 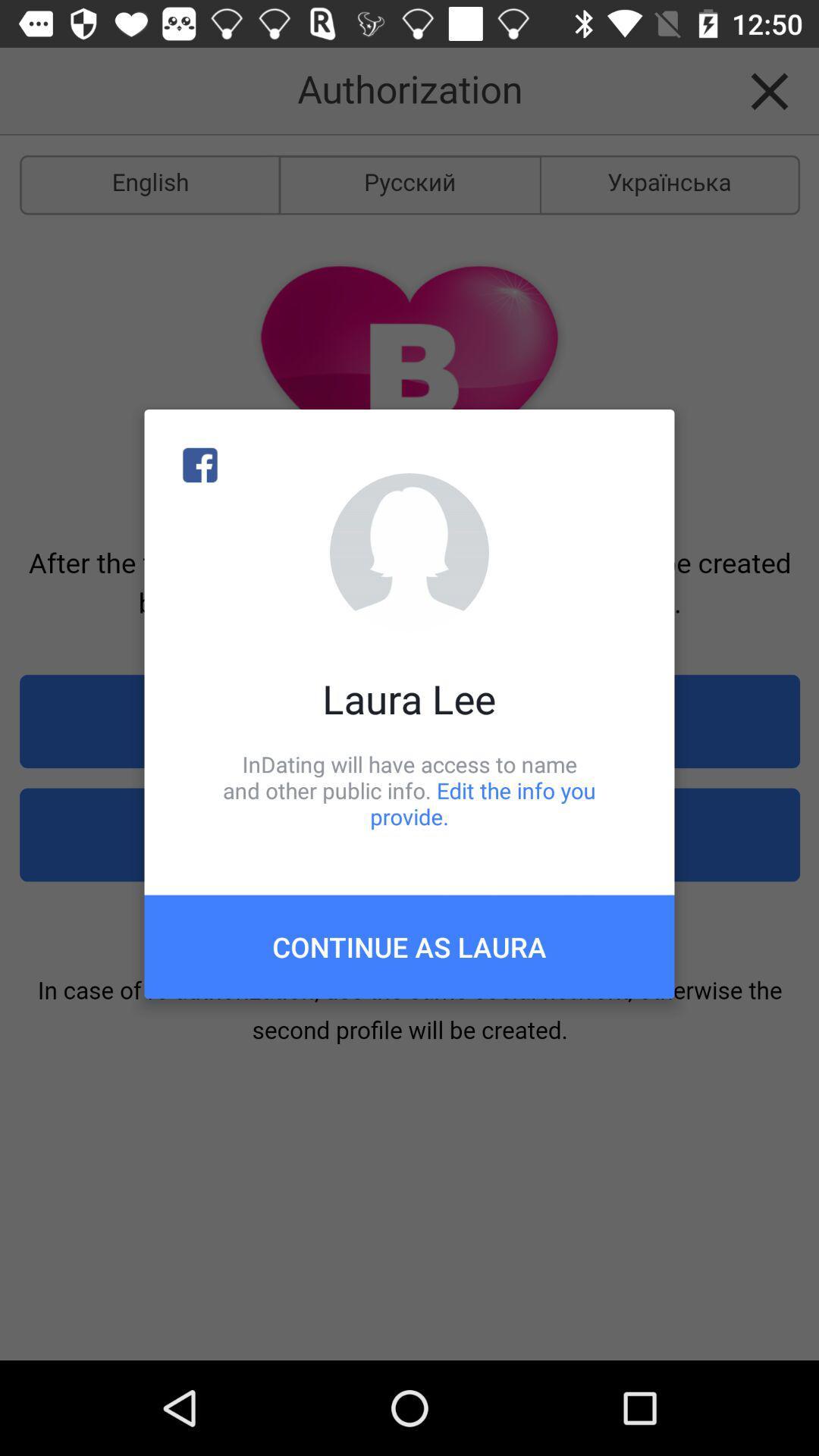 I want to click on continue as laura item, so click(x=409, y=946).